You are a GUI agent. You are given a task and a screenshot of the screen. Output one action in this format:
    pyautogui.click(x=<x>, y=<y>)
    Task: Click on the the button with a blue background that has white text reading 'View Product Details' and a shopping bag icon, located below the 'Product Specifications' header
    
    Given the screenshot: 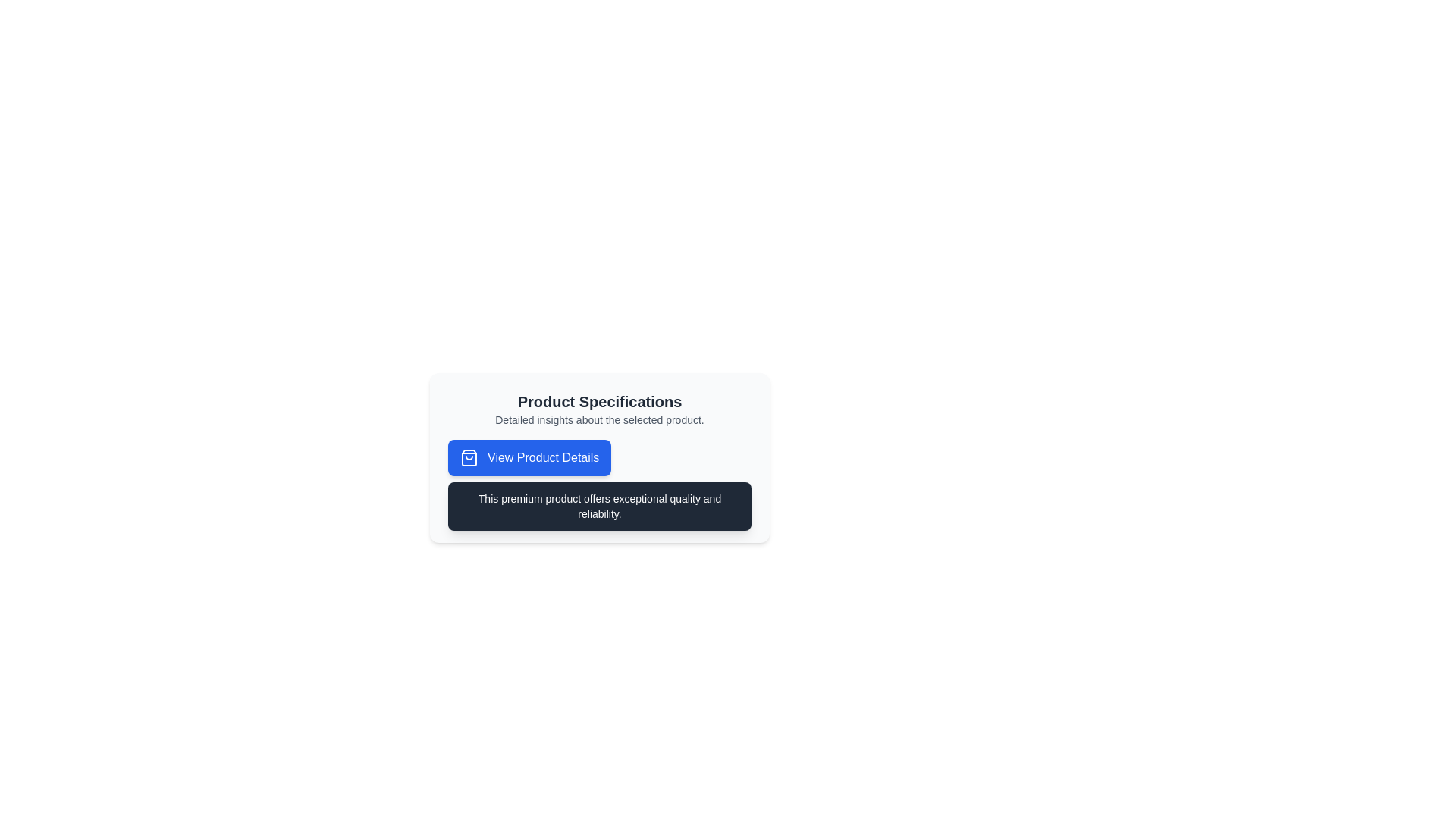 What is the action you would take?
    pyautogui.click(x=599, y=457)
    